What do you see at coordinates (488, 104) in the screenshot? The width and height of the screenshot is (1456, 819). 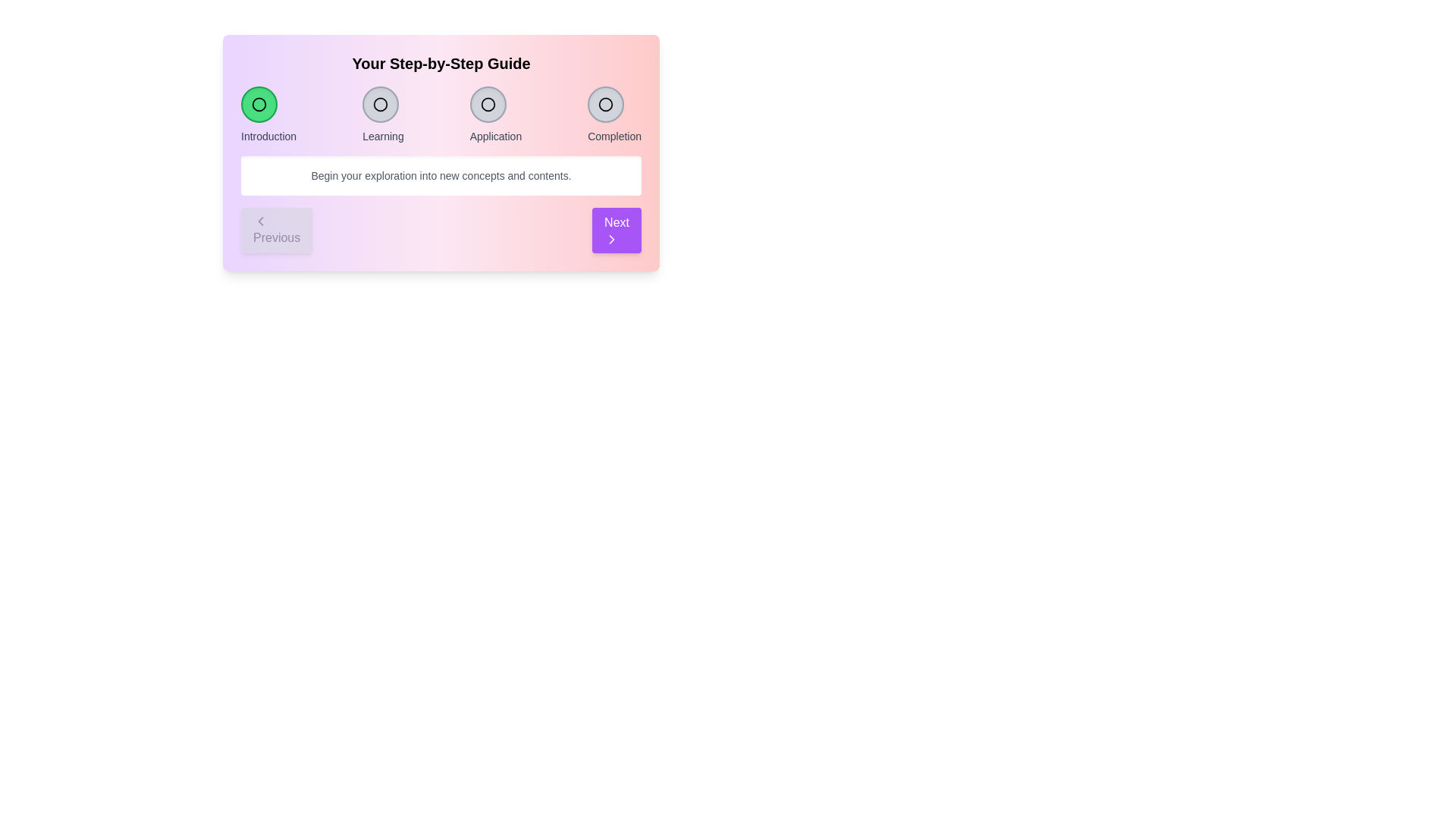 I see `the 'Application' stage button in the progress tracker` at bounding box center [488, 104].